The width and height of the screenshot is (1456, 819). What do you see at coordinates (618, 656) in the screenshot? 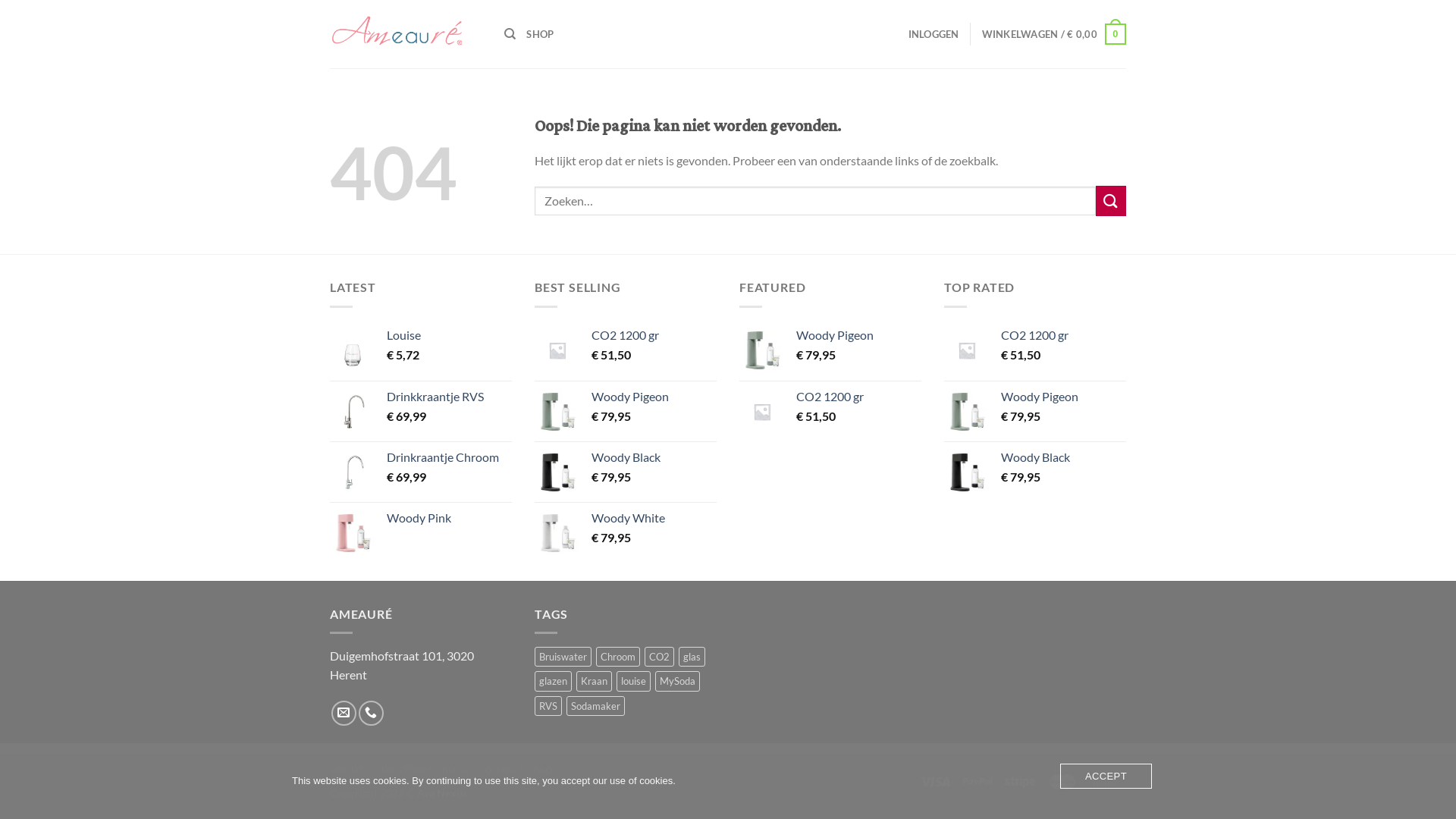
I see `'Chroom'` at bounding box center [618, 656].